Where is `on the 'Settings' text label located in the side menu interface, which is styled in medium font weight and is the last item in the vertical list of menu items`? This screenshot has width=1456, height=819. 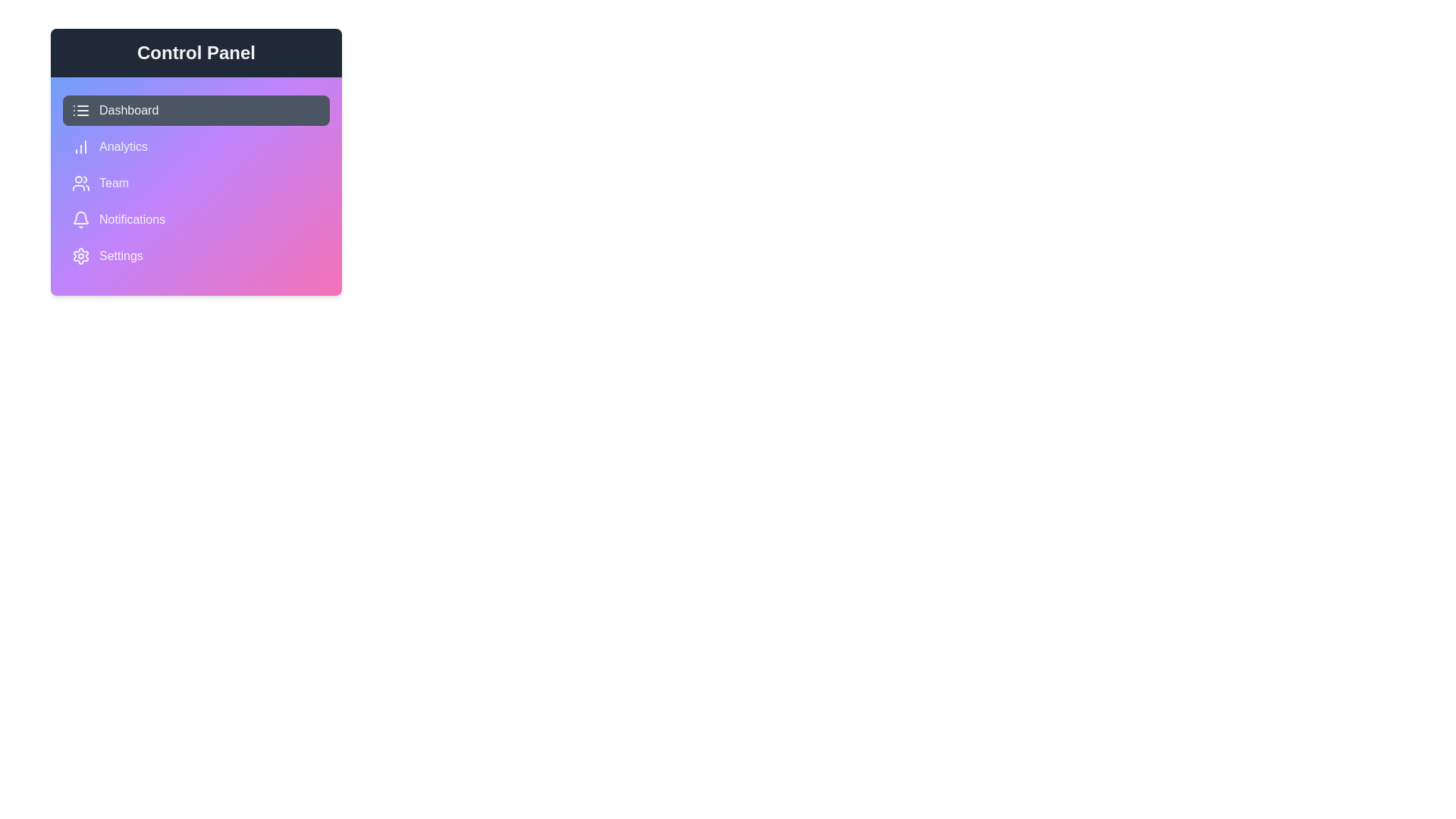 on the 'Settings' text label located in the side menu interface, which is styled in medium font weight and is the last item in the vertical list of menu items is located at coordinates (120, 256).